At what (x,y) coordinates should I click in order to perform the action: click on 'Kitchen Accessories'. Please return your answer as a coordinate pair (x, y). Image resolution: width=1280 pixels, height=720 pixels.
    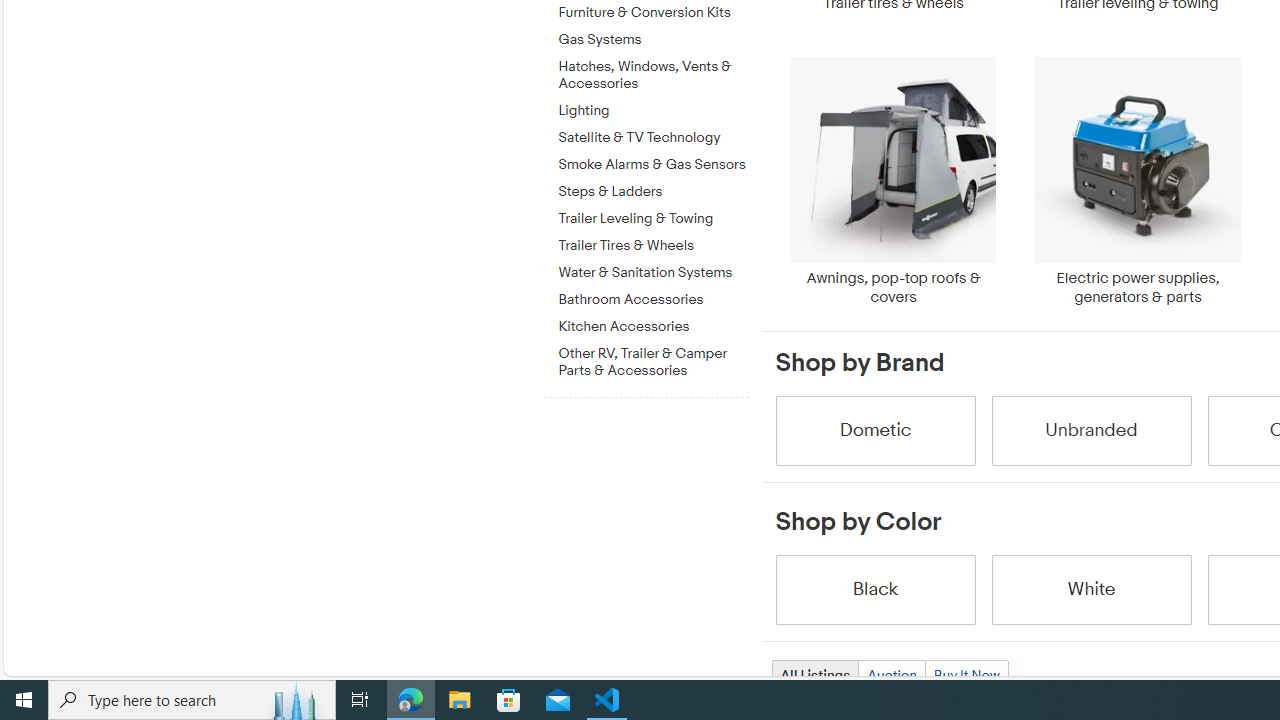
    Looking at the image, I should click on (653, 322).